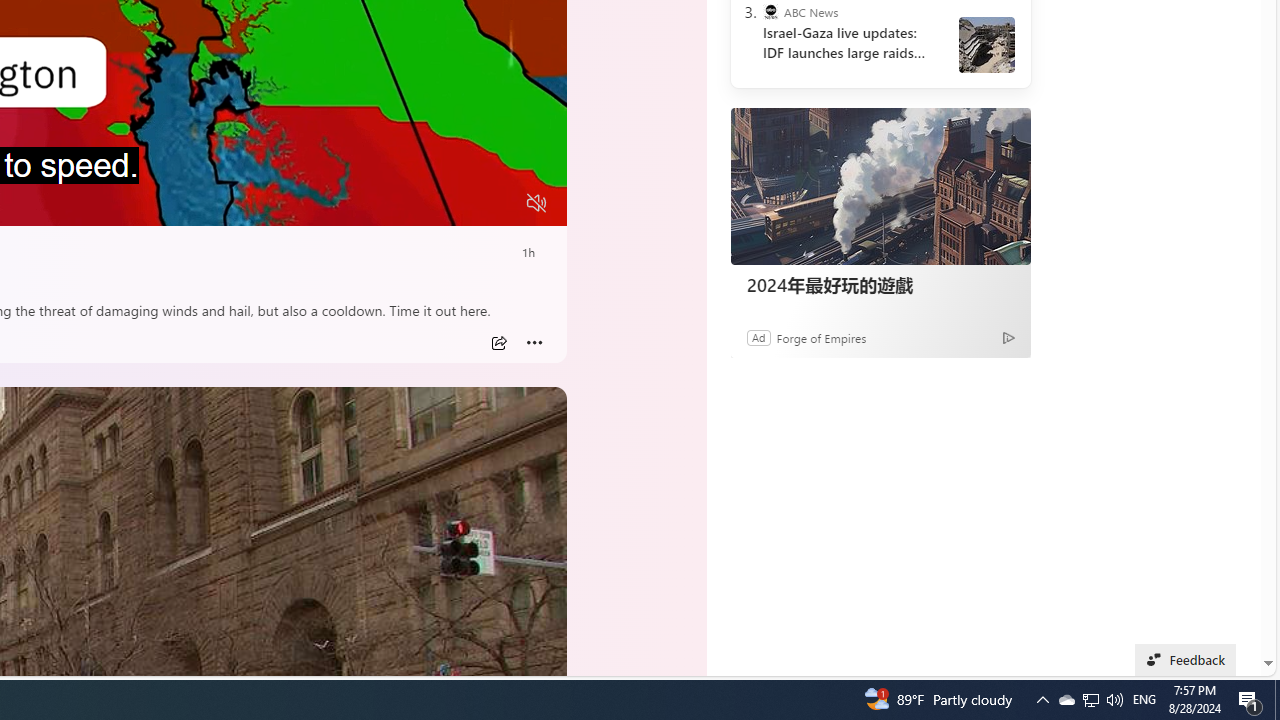 This screenshot has height=720, width=1280. What do you see at coordinates (769, 12) in the screenshot?
I see `'ABC News'` at bounding box center [769, 12].